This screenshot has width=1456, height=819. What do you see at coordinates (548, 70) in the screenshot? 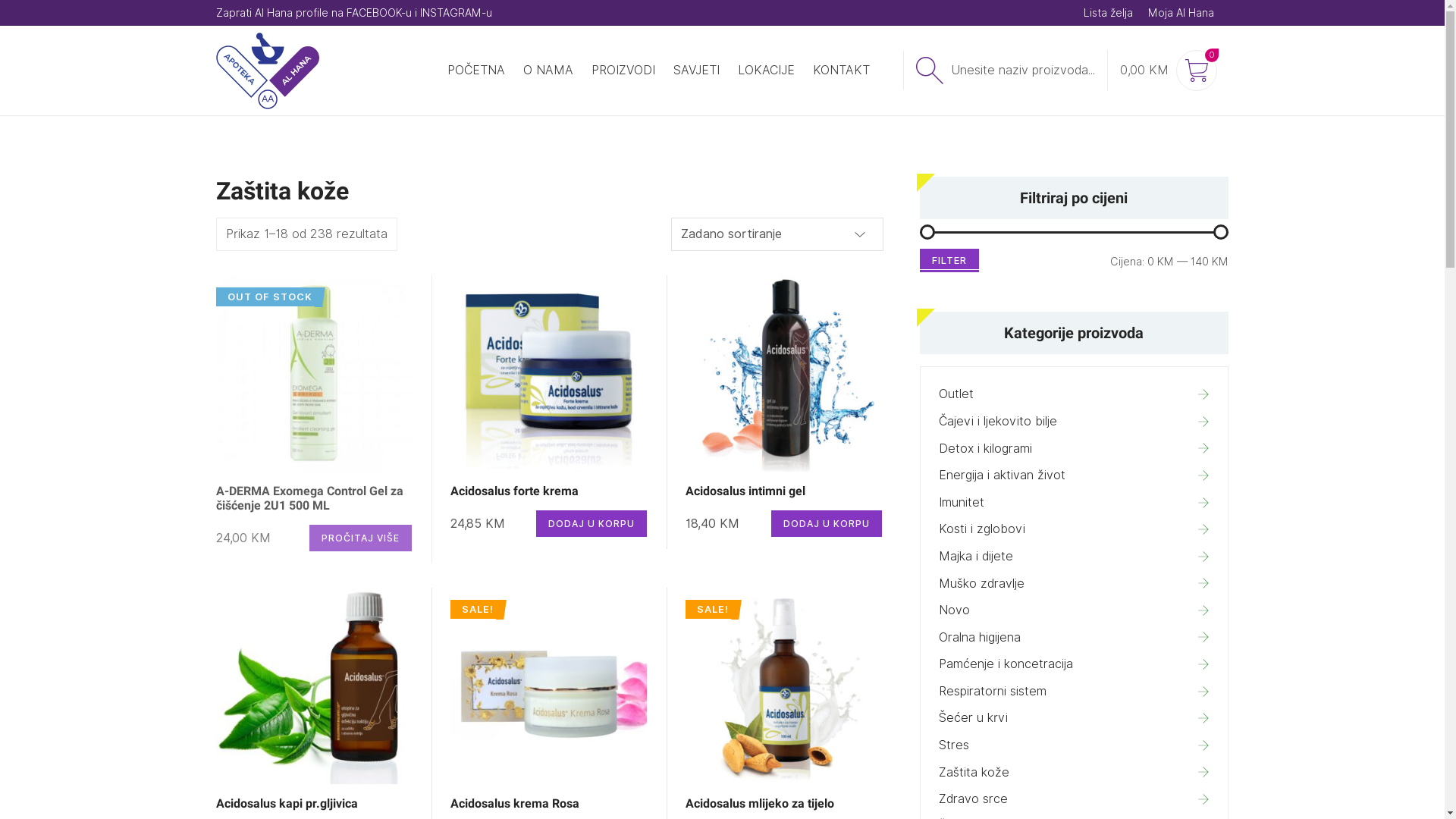
I see `'O NAMA'` at bounding box center [548, 70].